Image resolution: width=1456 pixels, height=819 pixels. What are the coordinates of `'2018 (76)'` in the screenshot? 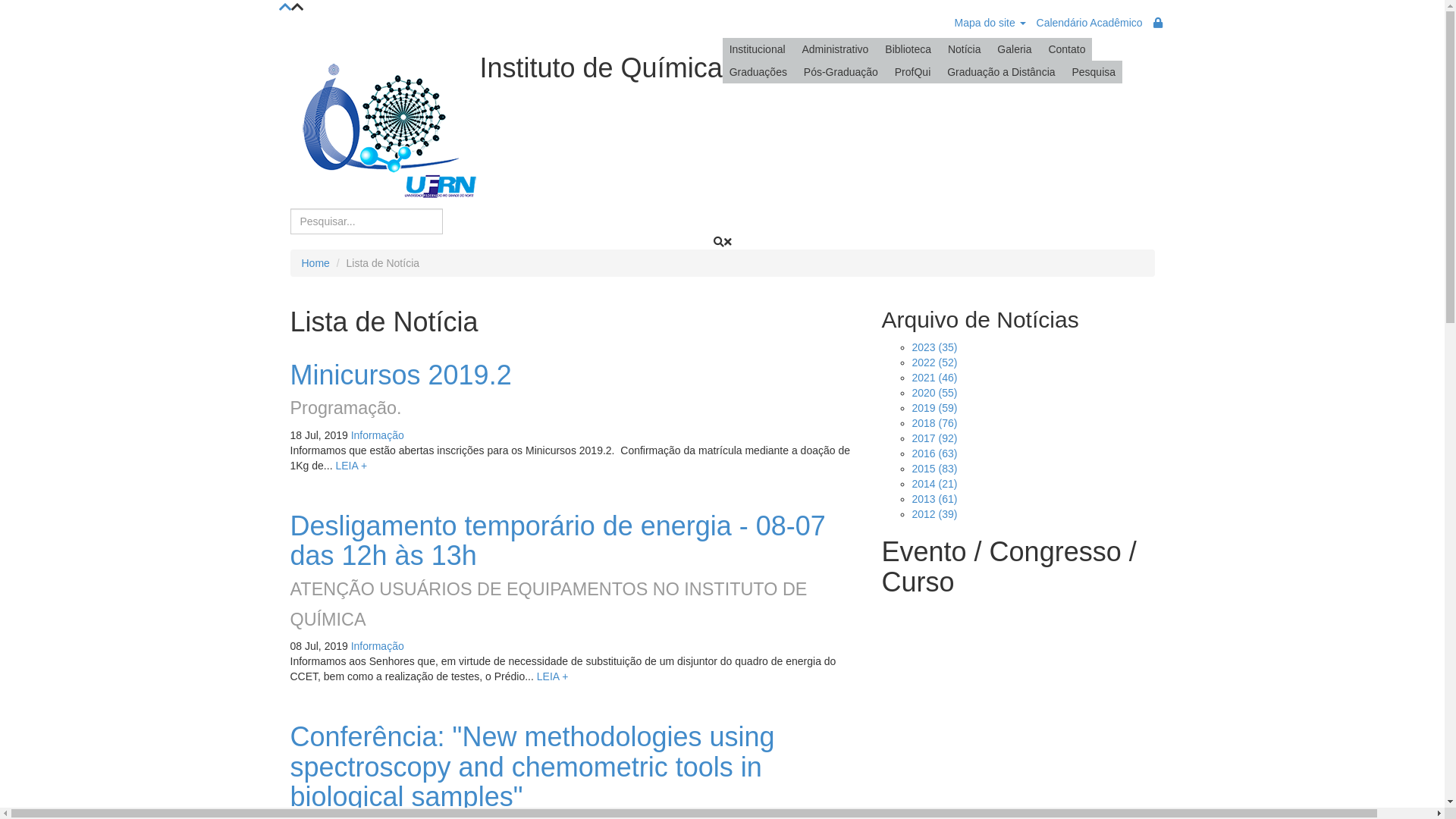 It's located at (934, 423).